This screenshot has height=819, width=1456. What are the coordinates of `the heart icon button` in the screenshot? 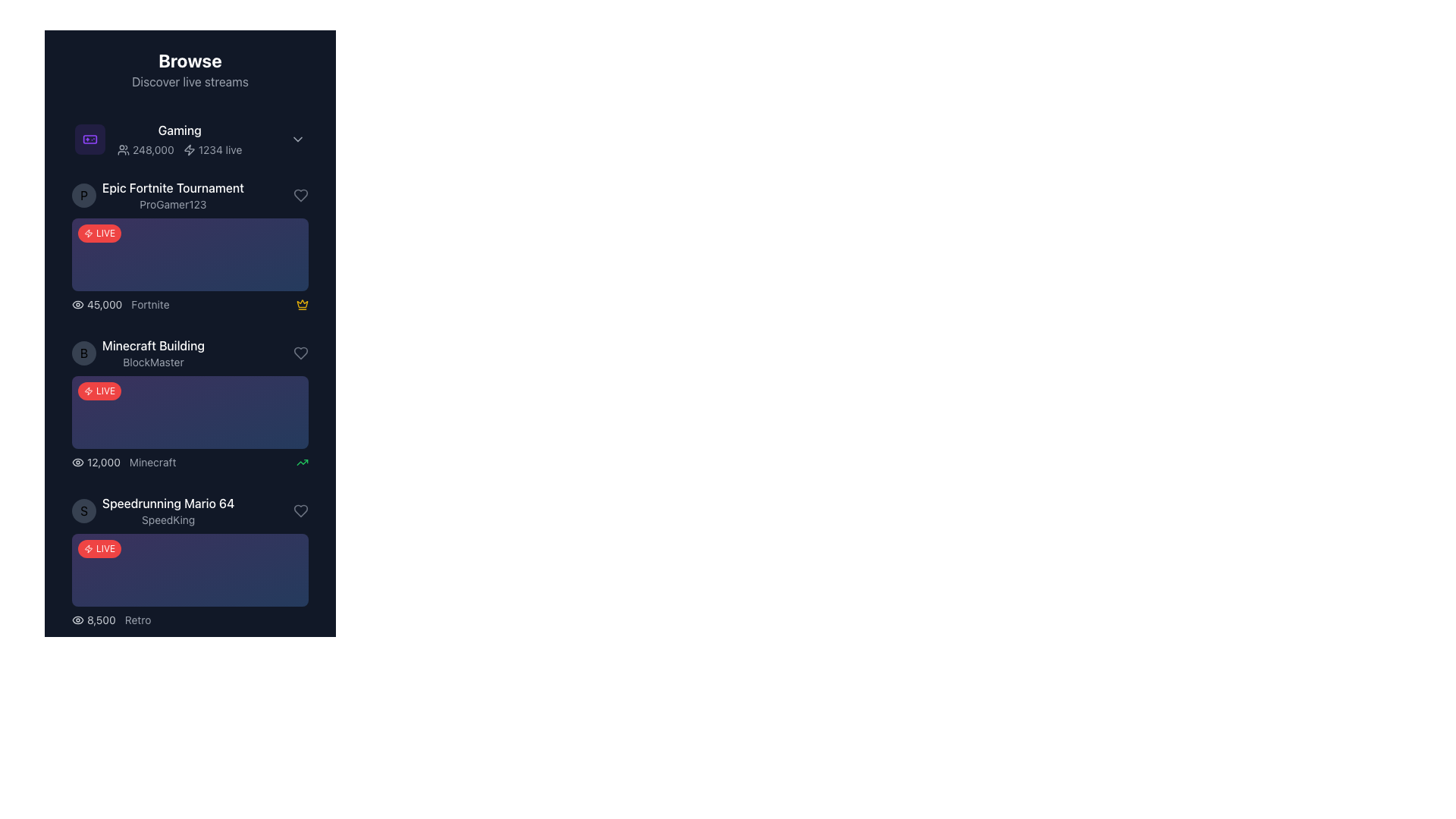 It's located at (301, 353).